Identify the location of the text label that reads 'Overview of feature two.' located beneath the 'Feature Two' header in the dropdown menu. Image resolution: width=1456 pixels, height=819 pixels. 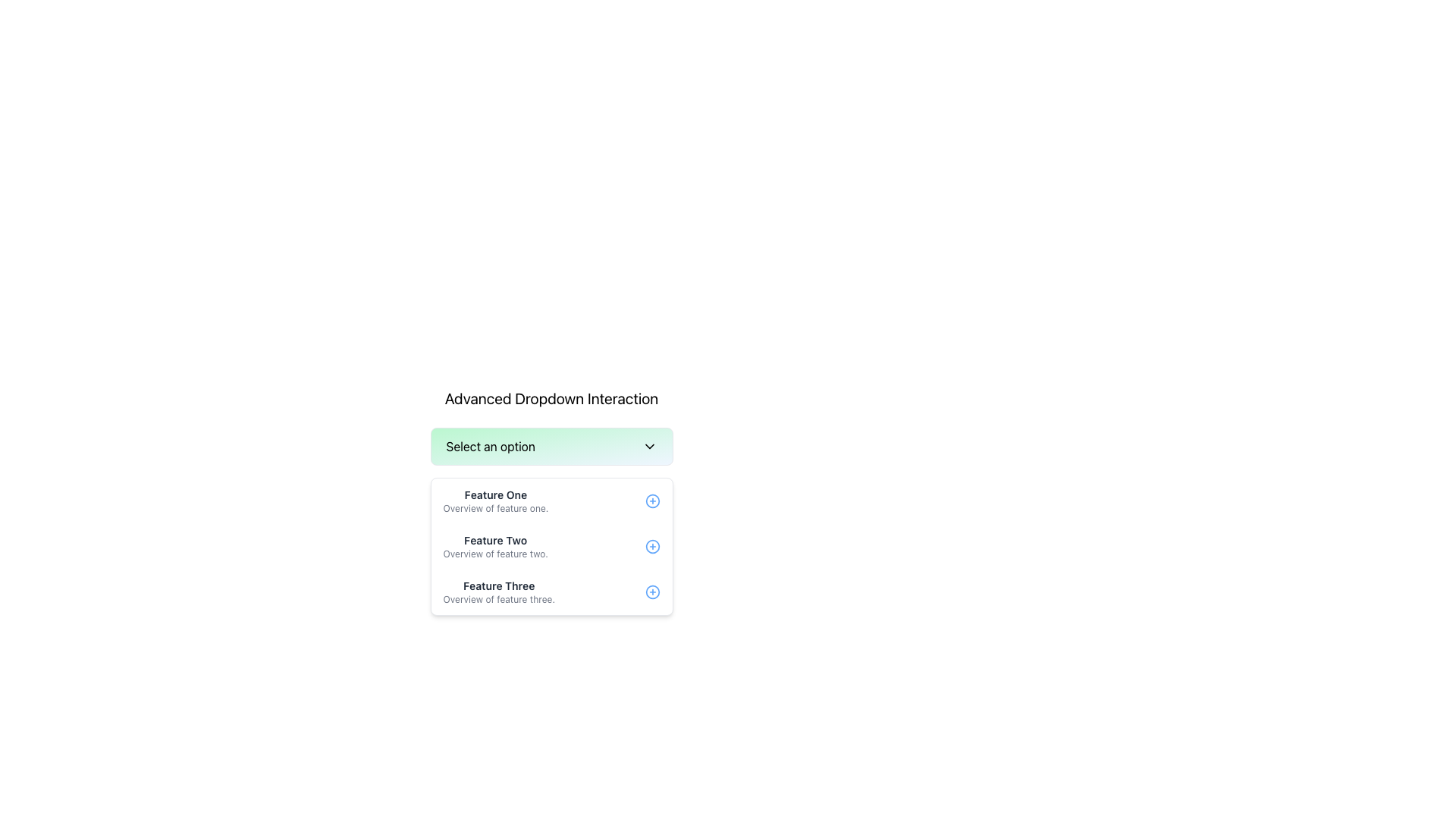
(495, 554).